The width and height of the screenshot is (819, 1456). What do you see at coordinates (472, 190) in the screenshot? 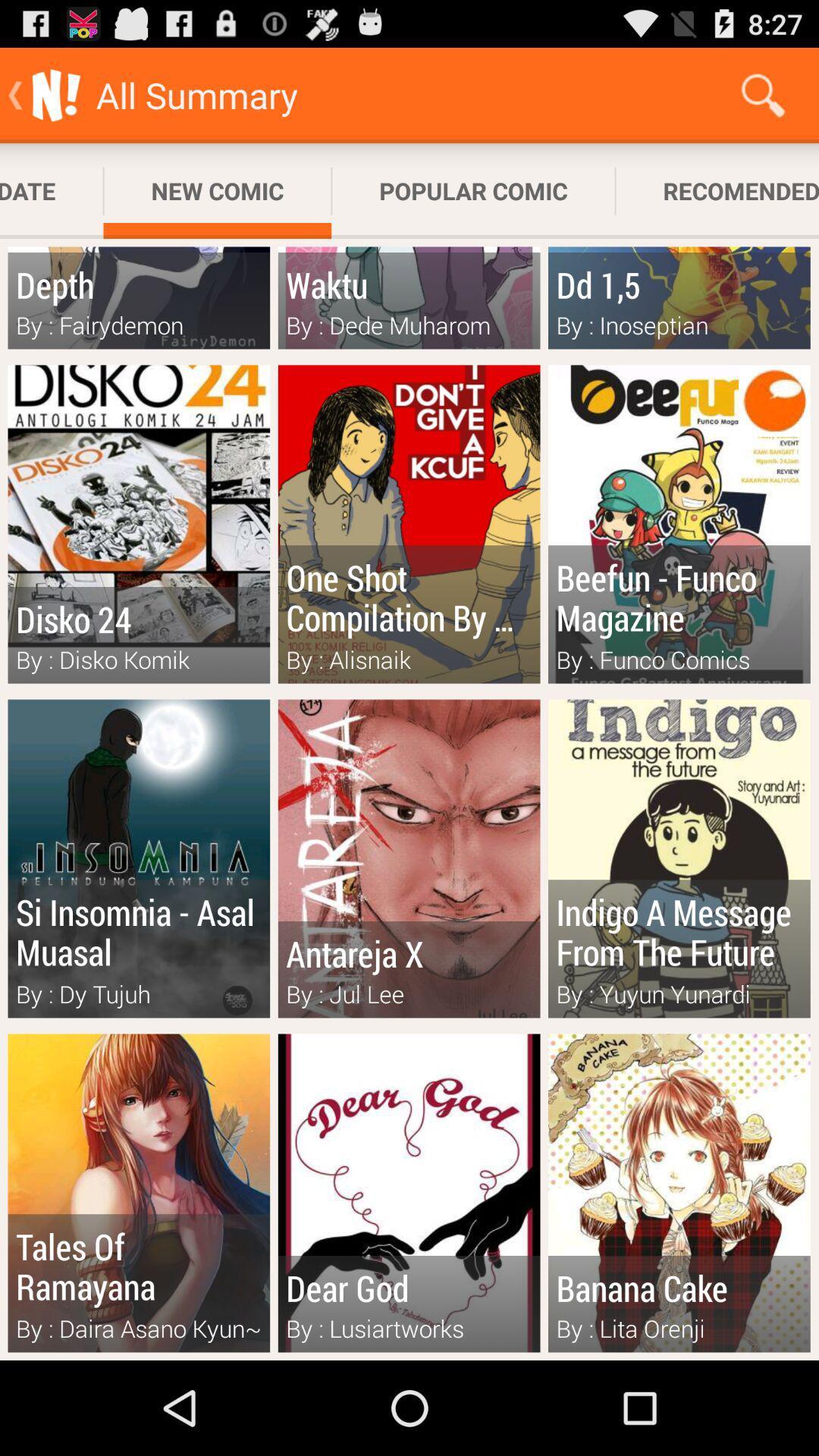
I see `the popular comic` at bounding box center [472, 190].